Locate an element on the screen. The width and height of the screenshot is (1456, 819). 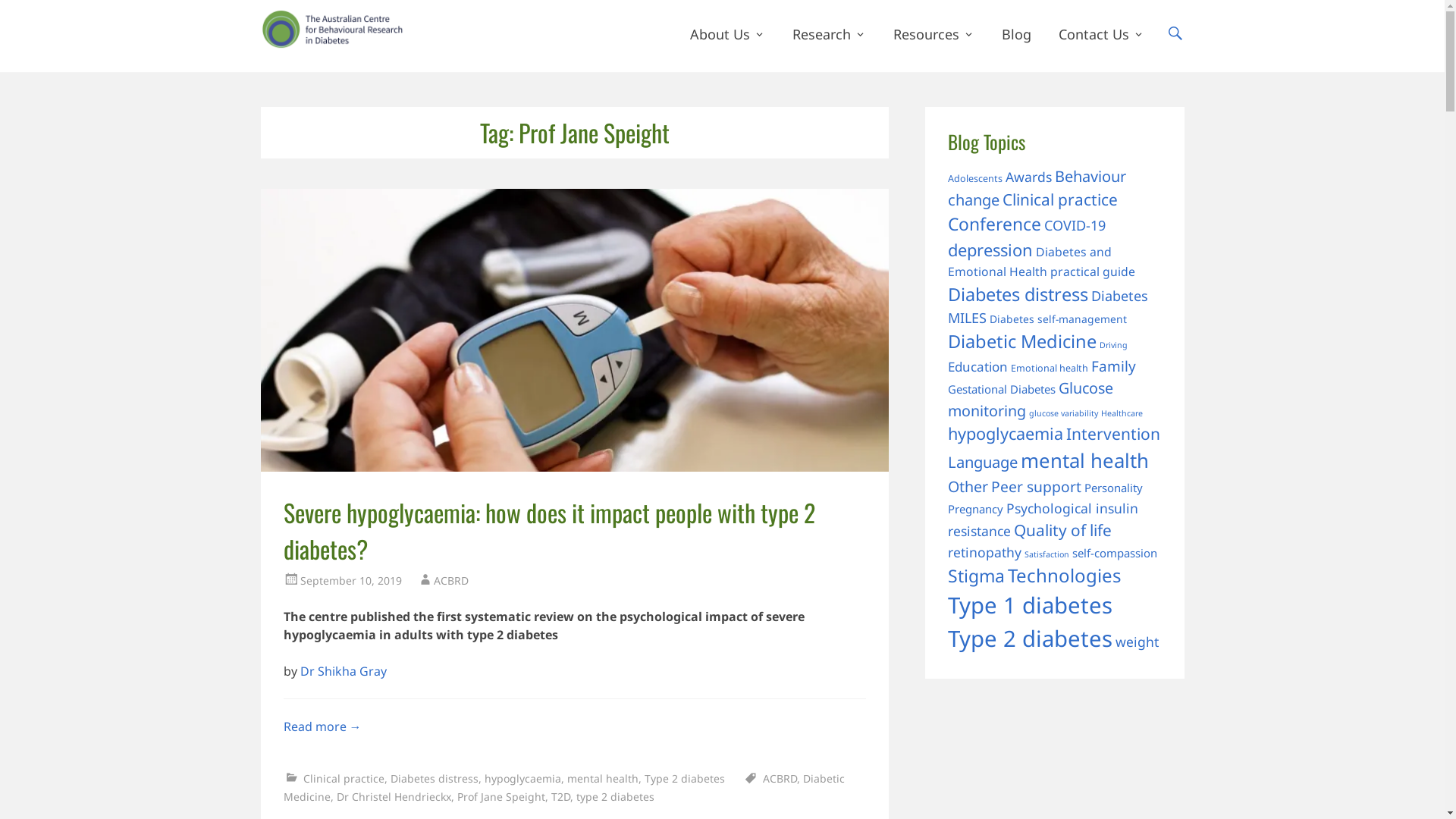
'Diabetes distress' is located at coordinates (1018, 294).